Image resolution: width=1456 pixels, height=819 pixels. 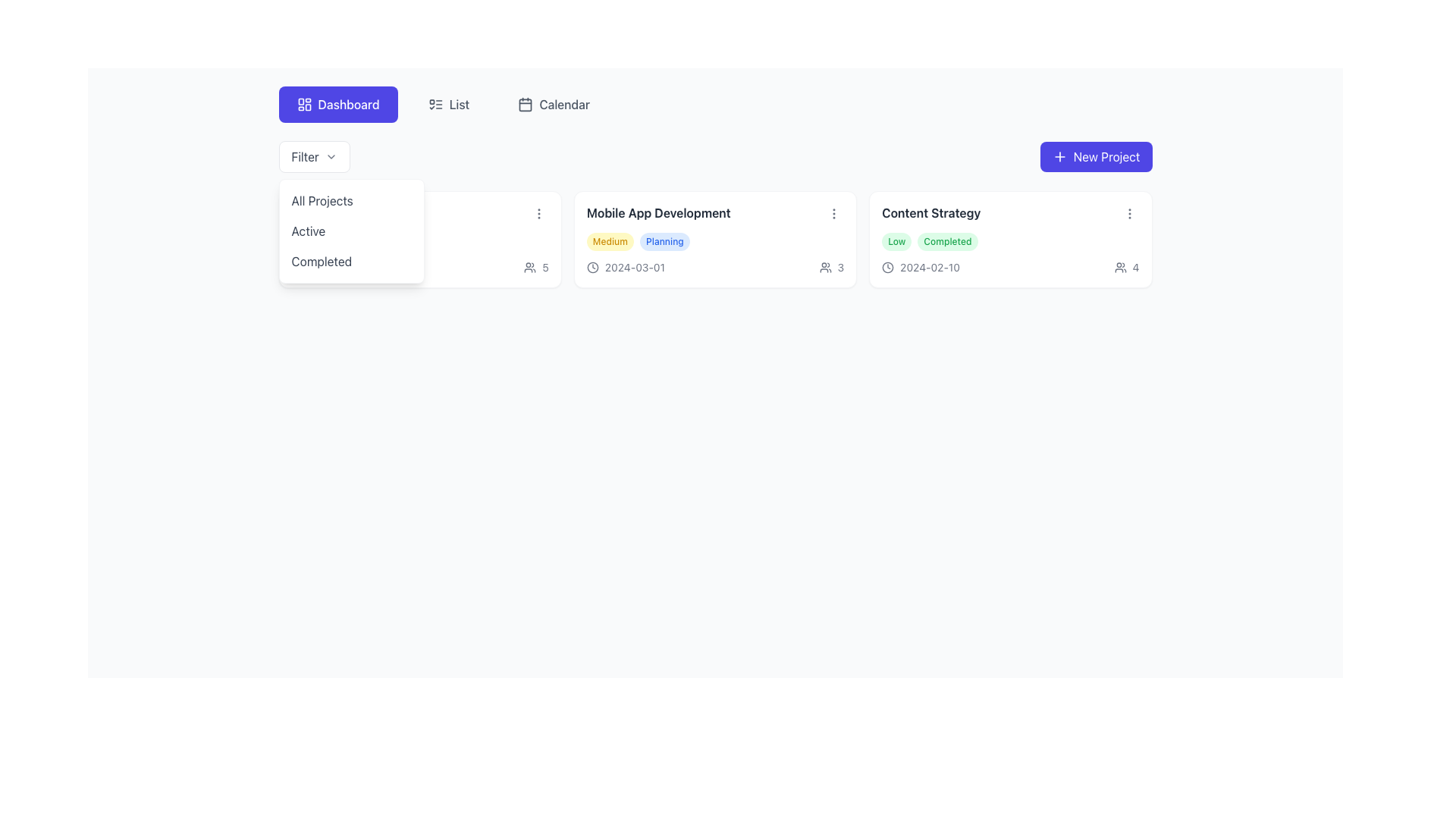 What do you see at coordinates (536, 267) in the screenshot?
I see `the Static Information Label that displays the number '5' next to a group icon, positioned on the far right of the dashboard's right section` at bounding box center [536, 267].